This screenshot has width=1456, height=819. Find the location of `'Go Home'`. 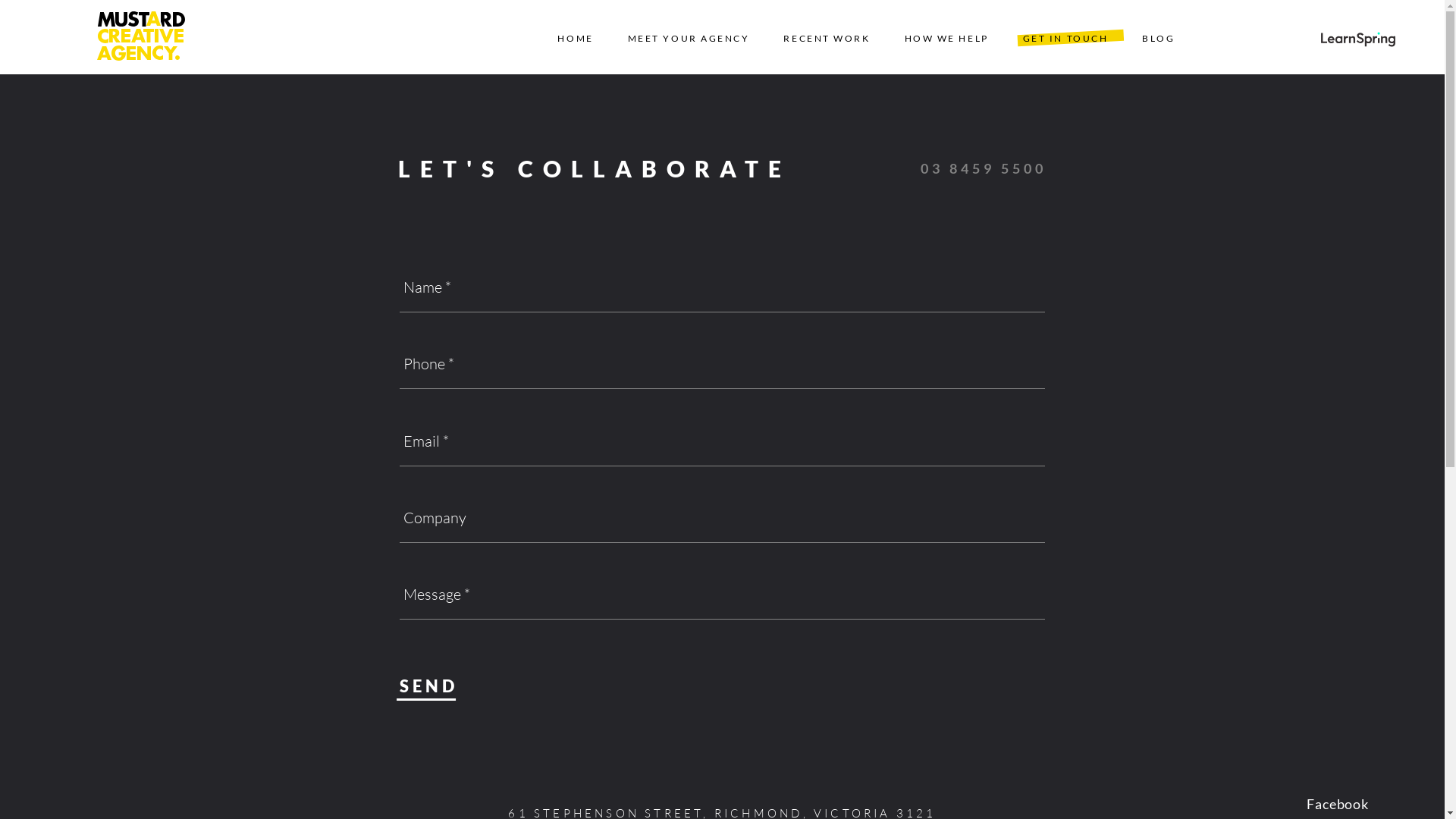

'Go Home' is located at coordinates (65, 36).